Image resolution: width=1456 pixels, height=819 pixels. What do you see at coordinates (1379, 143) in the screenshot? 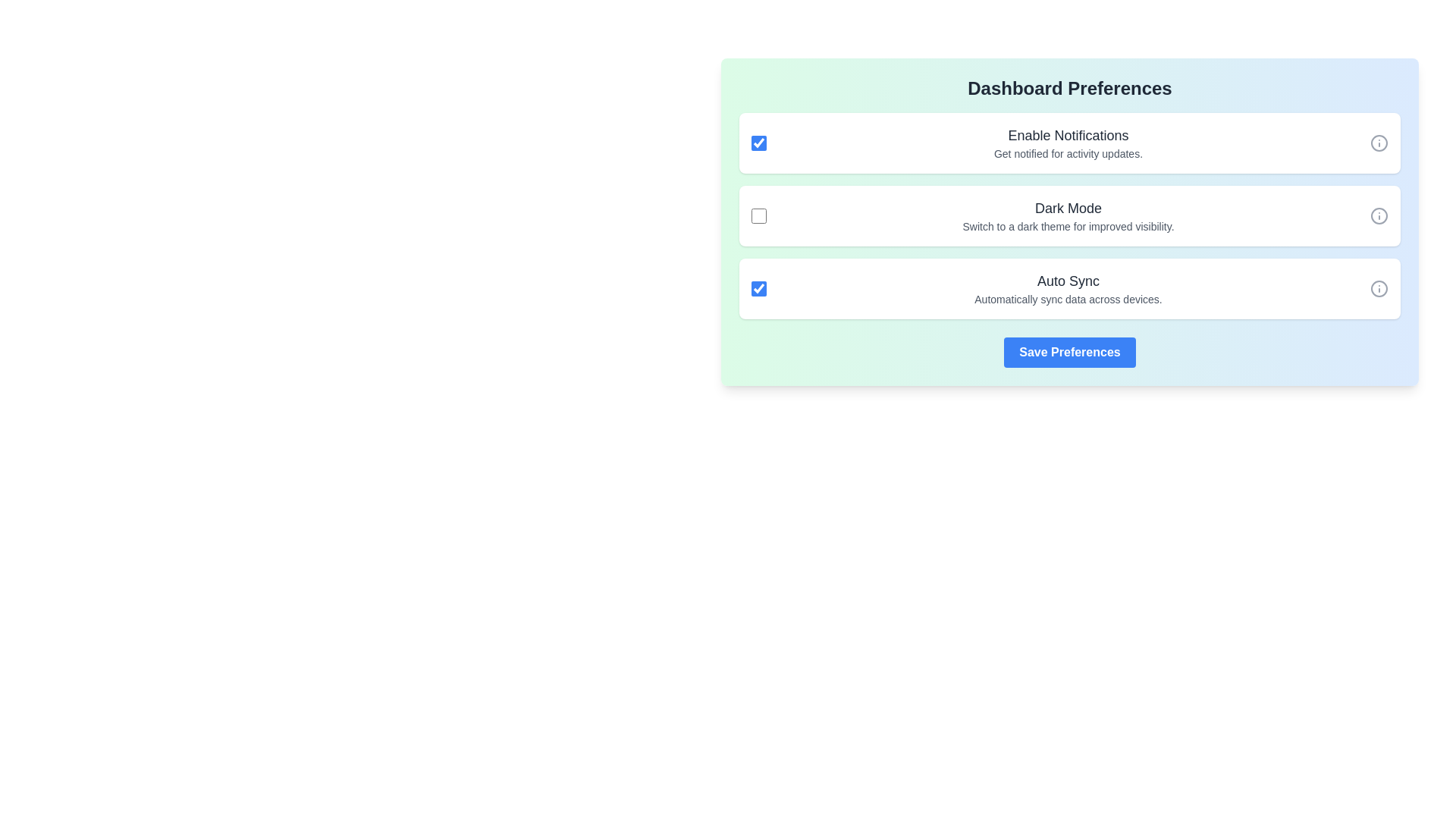
I see `the information icon to view additional details` at bounding box center [1379, 143].